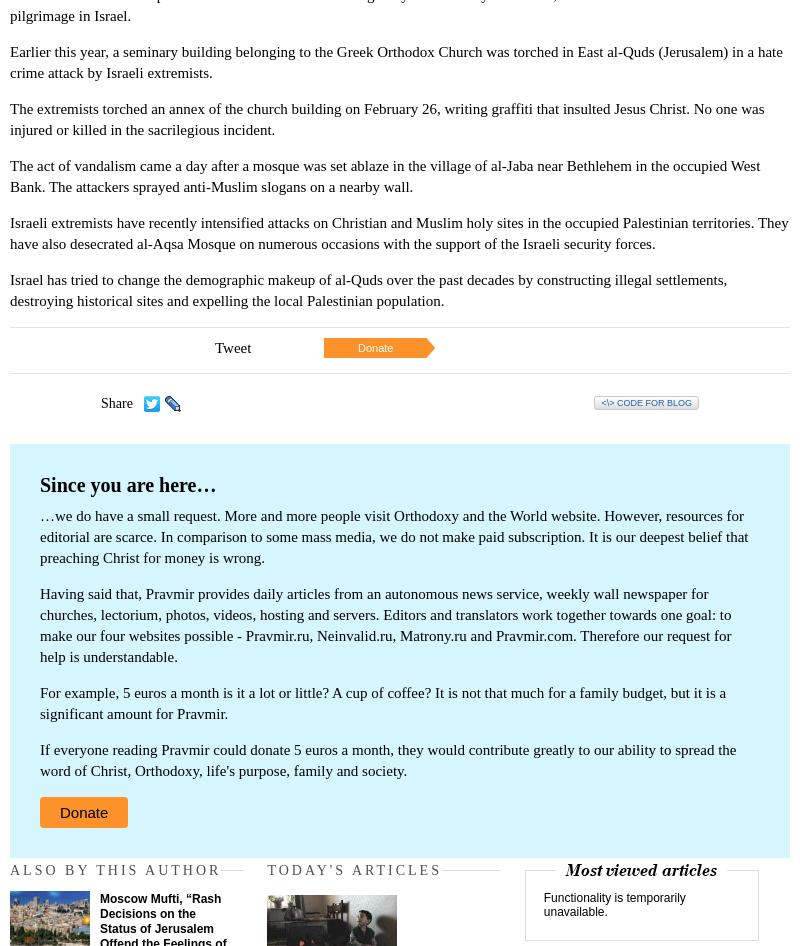 This screenshot has width=800, height=946. Describe the element at coordinates (354, 869) in the screenshot. I see `'Today's Articles'` at that location.